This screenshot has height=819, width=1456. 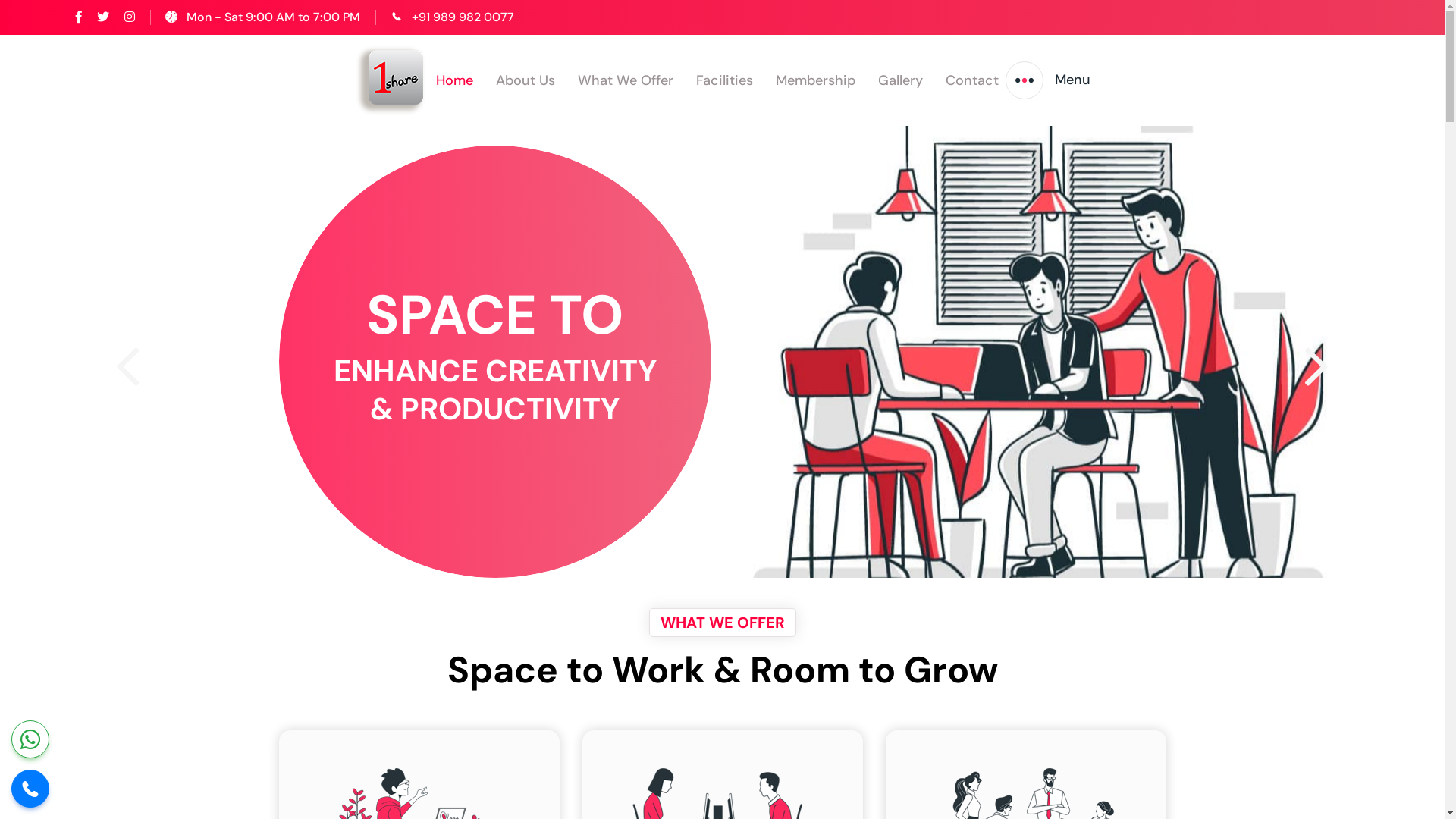 What do you see at coordinates (626, 80) in the screenshot?
I see `'What We Offer'` at bounding box center [626, 80].